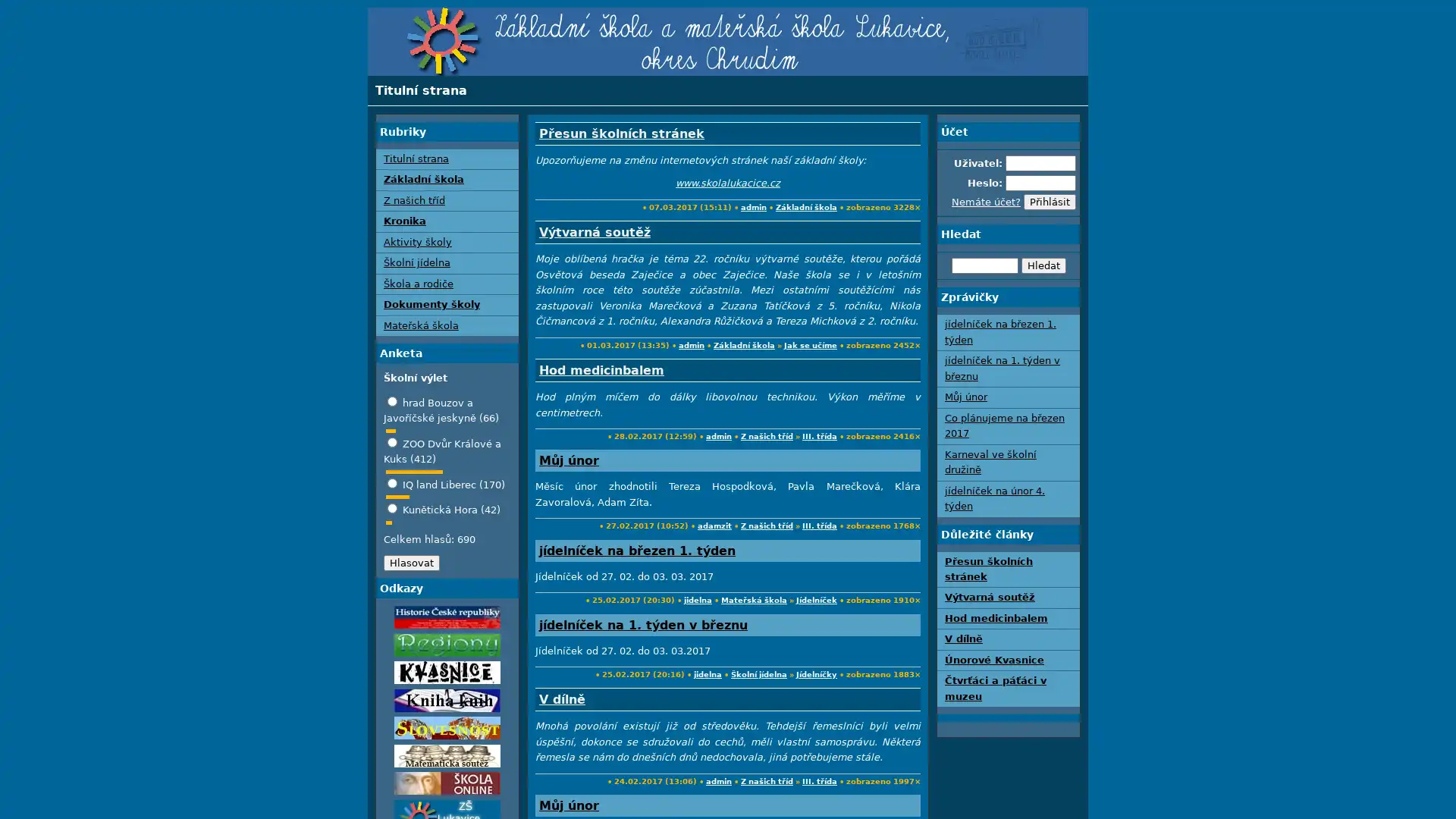  Describe the element at coordinates (1049, 201) in the screenshot. I see `Prihlasit` at that location.